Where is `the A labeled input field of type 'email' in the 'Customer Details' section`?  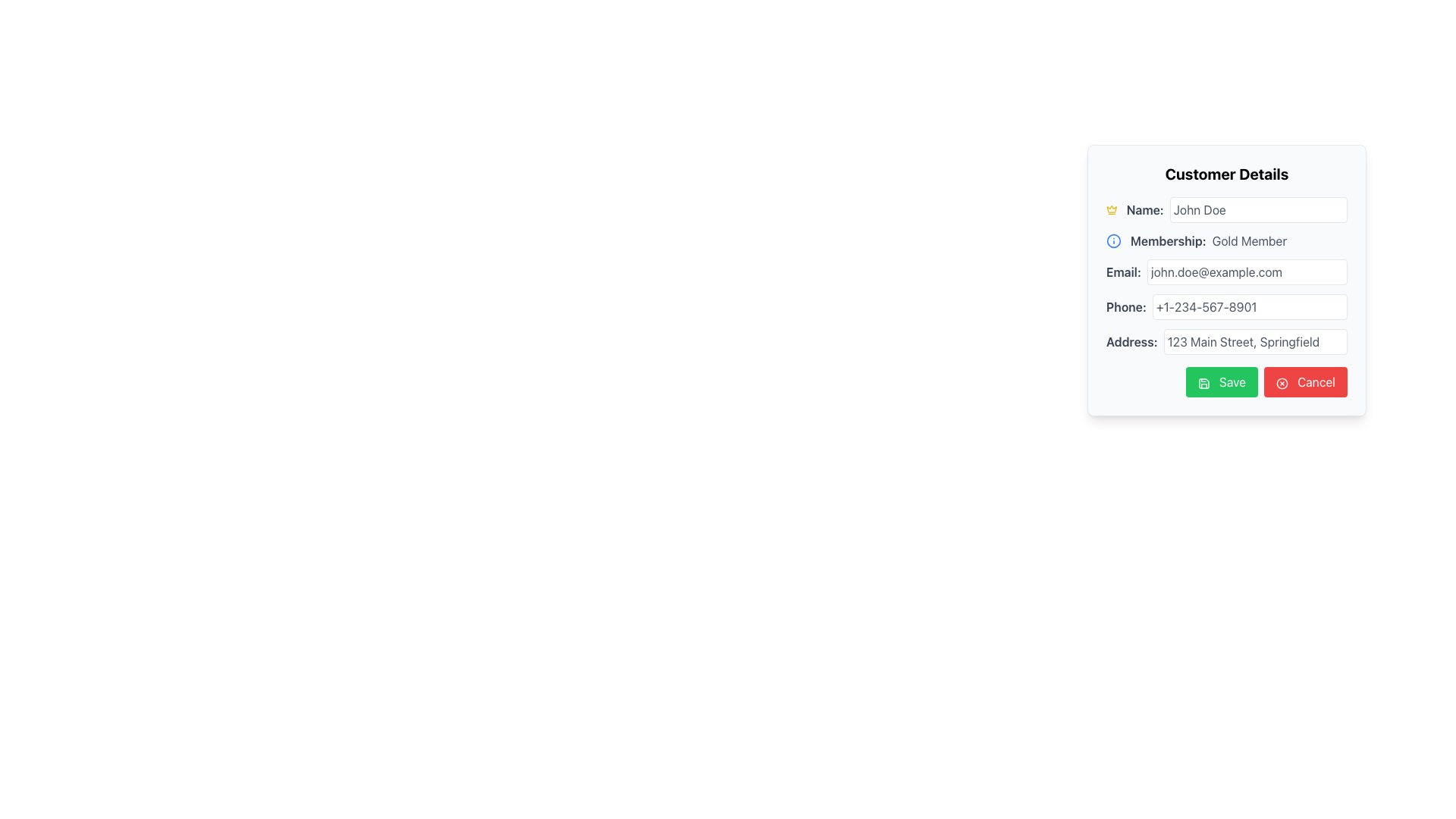 the A labeled input field of type 'email' in the 'Customer Details' section is located at coordinates (1226, 271).